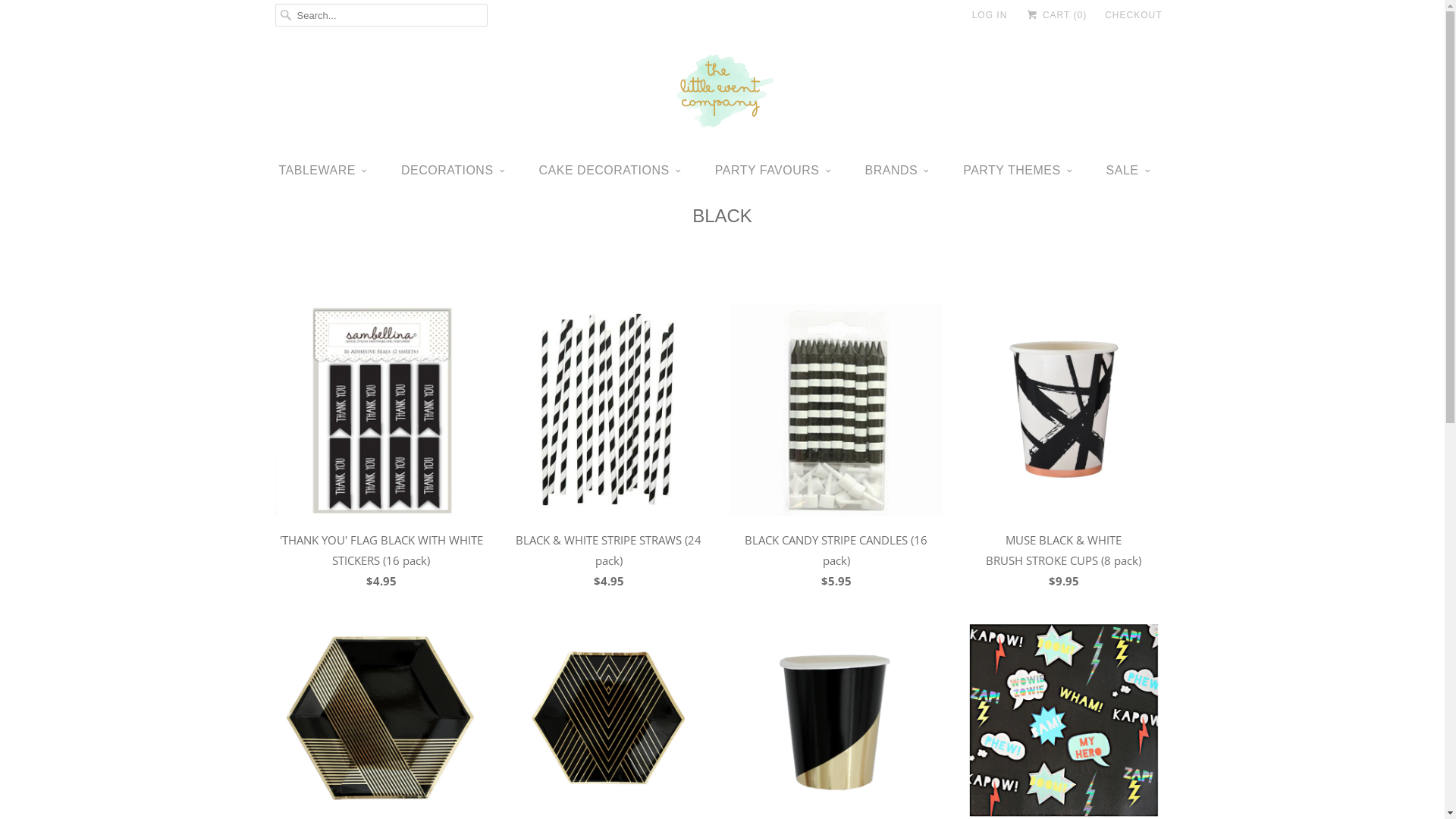  What do you see at coordinates (1055, 14) in the screenshot?
I see `'CART (0)'` at bounding box center [1055, 14].